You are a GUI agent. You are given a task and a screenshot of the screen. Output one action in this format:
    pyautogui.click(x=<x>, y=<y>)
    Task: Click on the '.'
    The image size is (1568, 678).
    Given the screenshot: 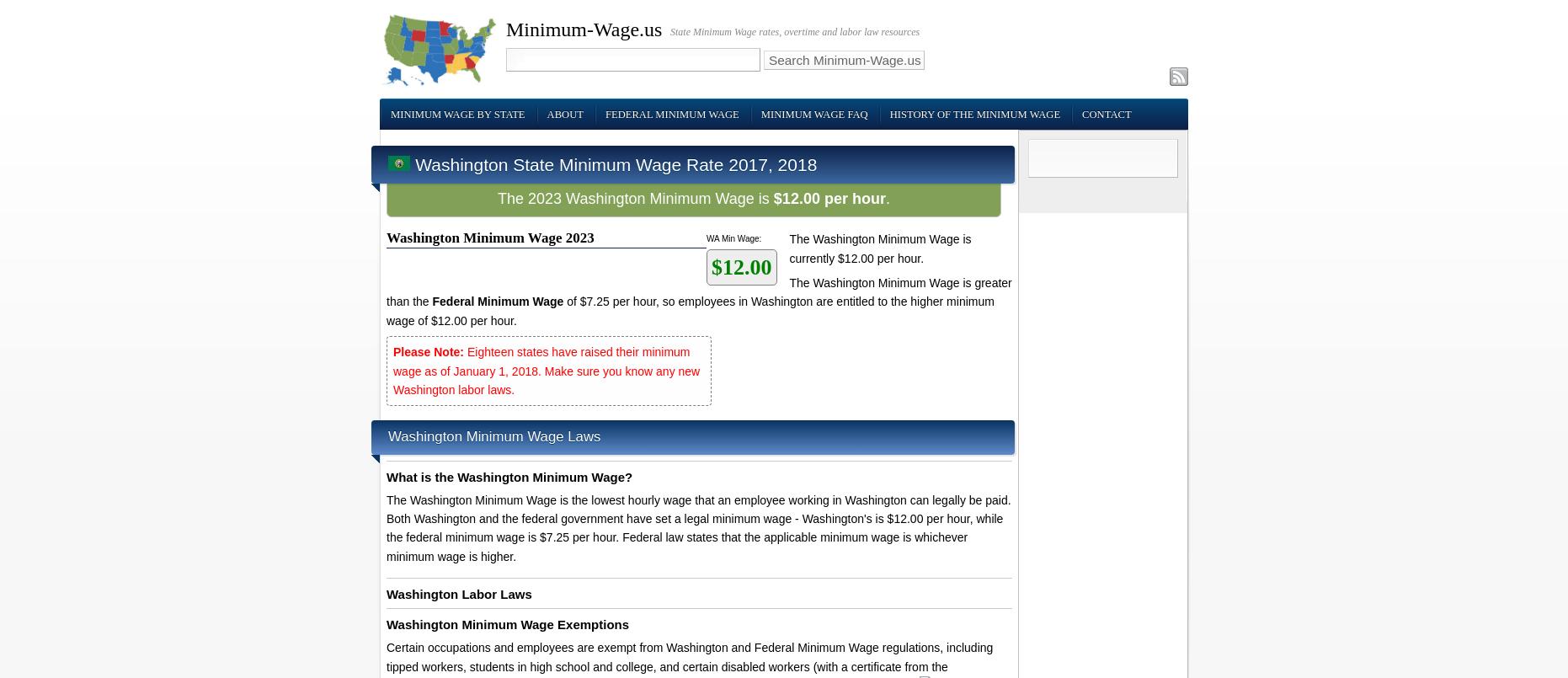 What is the action you would take?
    pyautogui.click(x=887, y=197)
    